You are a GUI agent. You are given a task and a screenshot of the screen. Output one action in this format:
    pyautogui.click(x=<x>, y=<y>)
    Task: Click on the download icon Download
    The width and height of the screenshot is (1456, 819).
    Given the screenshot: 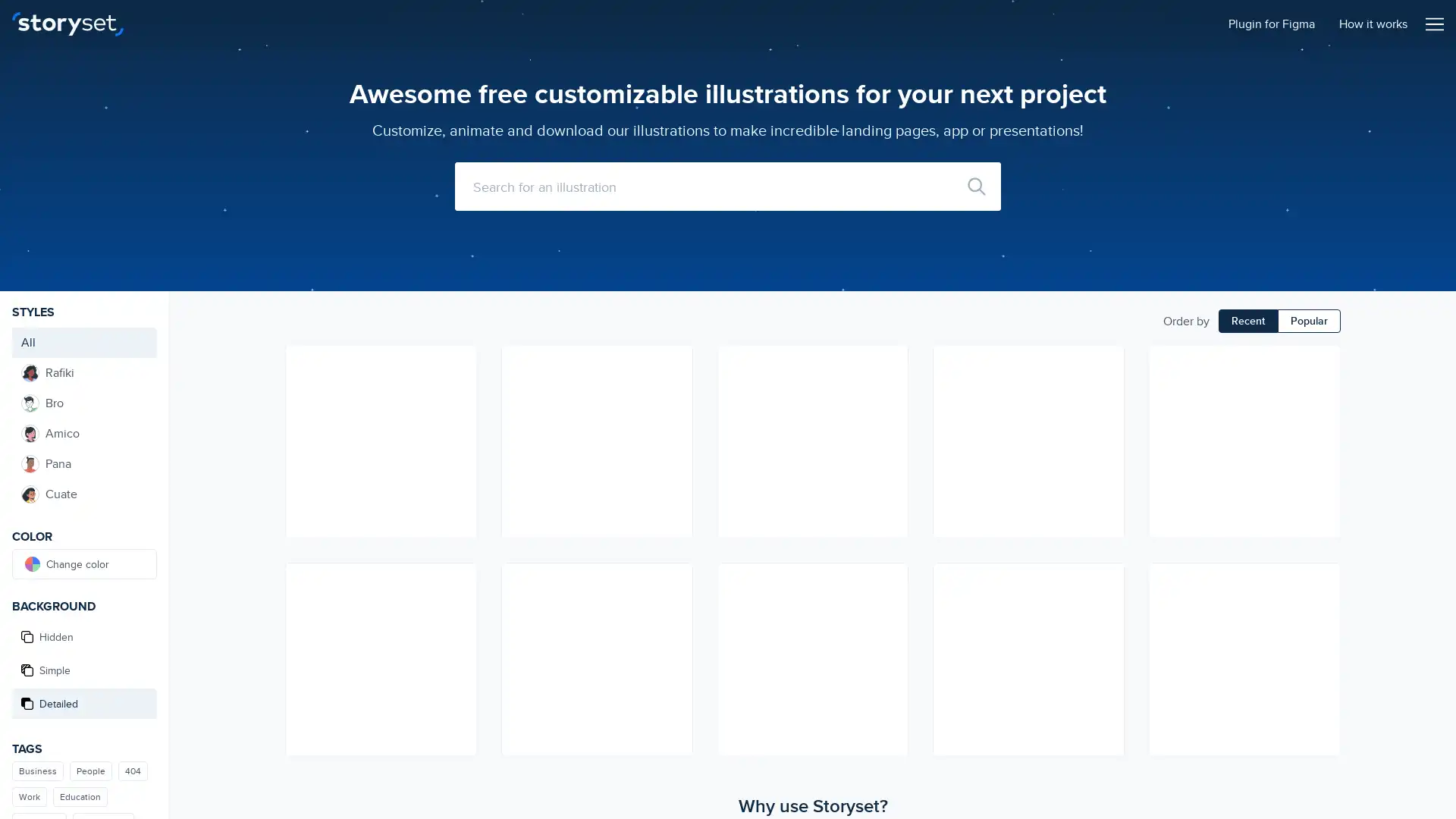 What is the action you would take?
    pyautogui.click(x=889, y=391)
    